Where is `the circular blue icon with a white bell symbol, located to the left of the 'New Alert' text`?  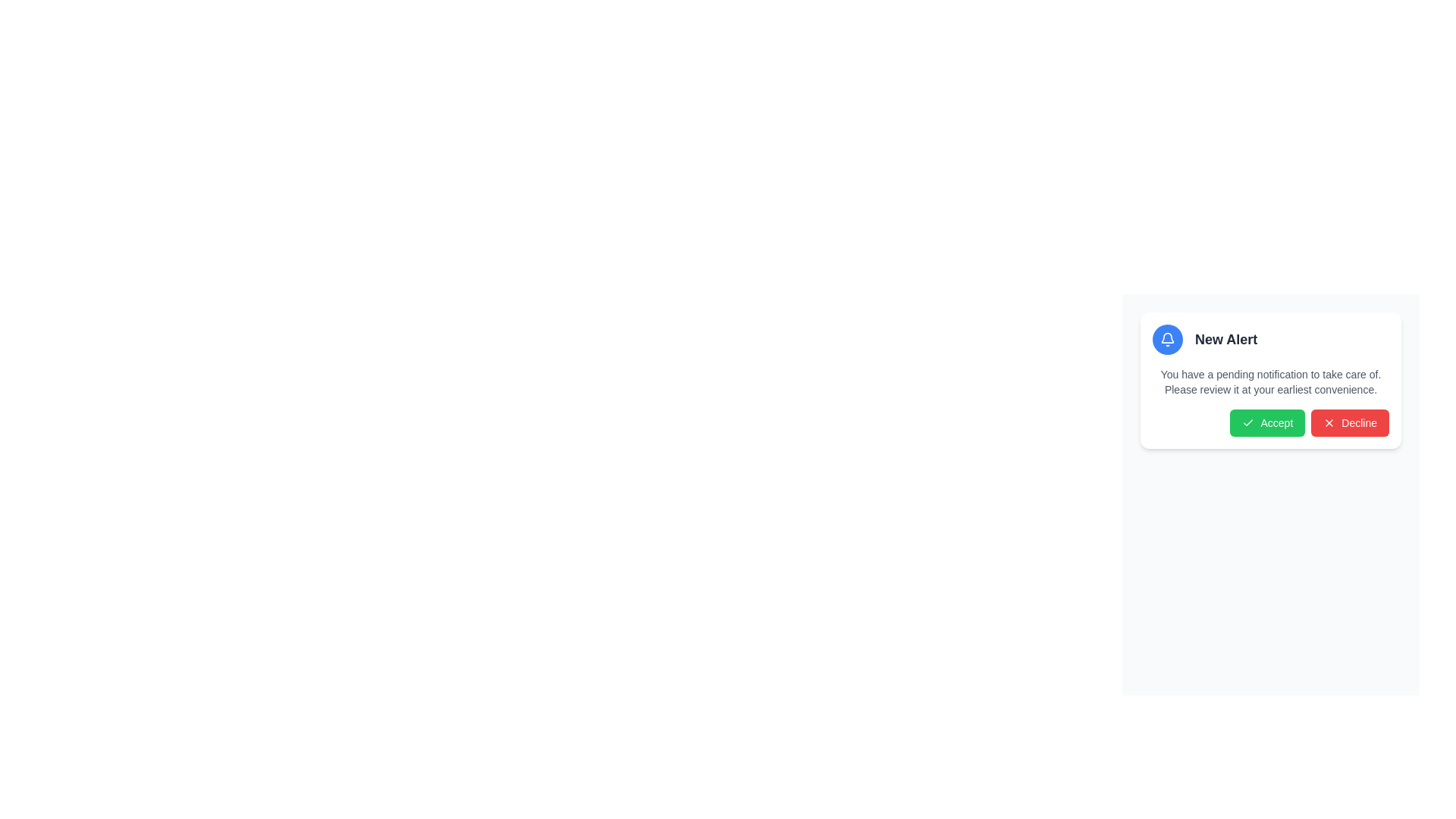 the circular blue icon with a white bell symbol, located to the left of the 'New Alert' text is located at coordinates (1167, 338).